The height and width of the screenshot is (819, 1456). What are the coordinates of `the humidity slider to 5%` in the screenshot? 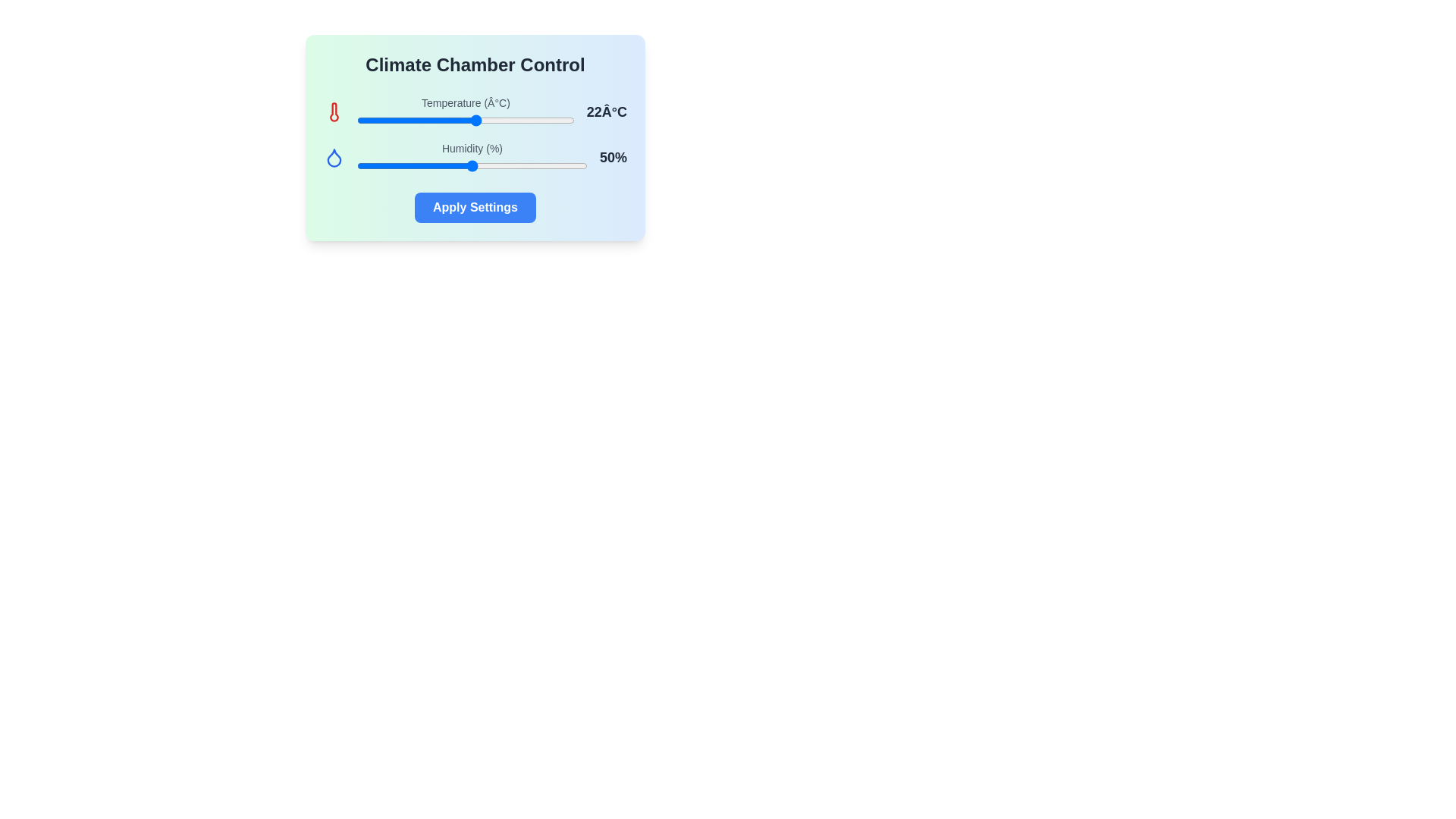 It's located at (369, 166).